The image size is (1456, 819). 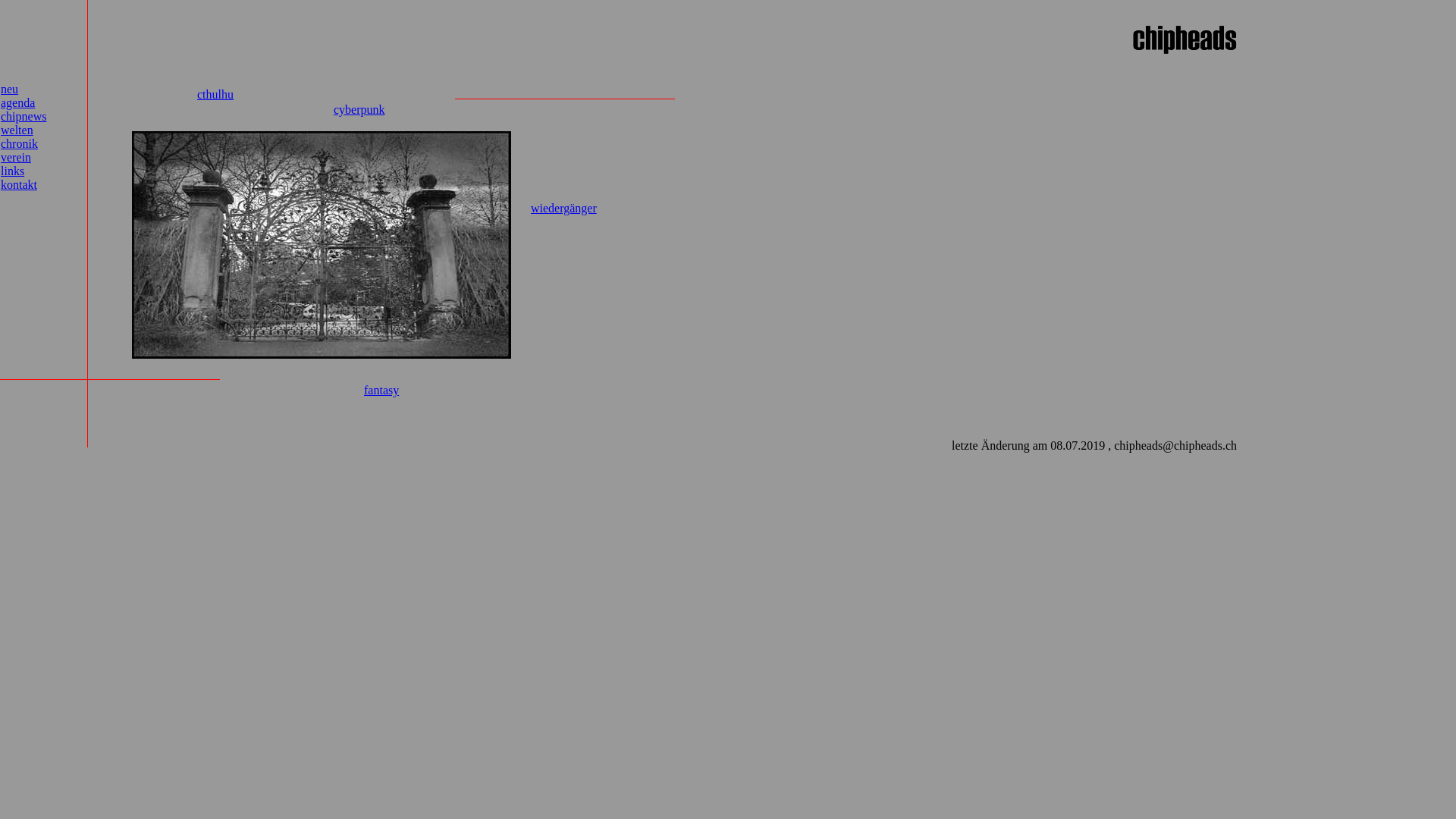 What do you see at coordinates (19, 143) in the screenshot?
I see `'chronik'` at bounding box center [19, 143].